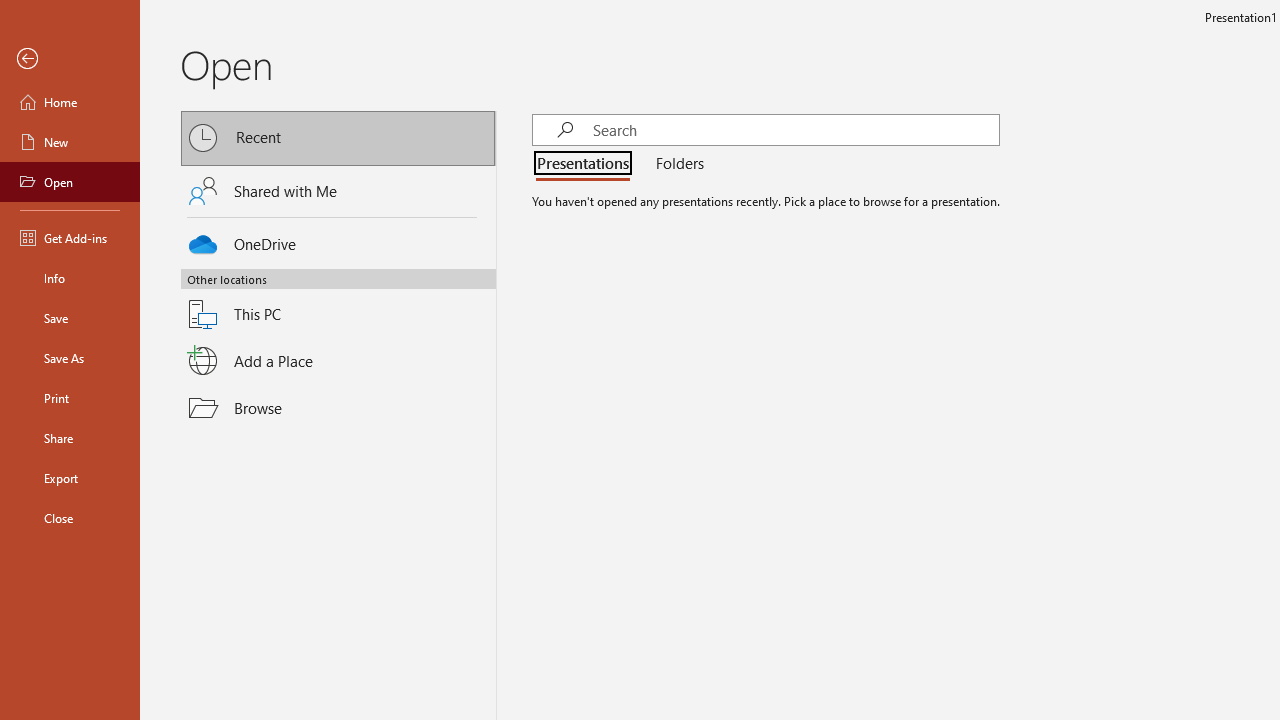 Image resolution: width=1280 pixels, height=720 pixels. What do you see at coordinates (338, 406) in the screenshot?
I see `'Browse'` at bounding box center [338, 406].